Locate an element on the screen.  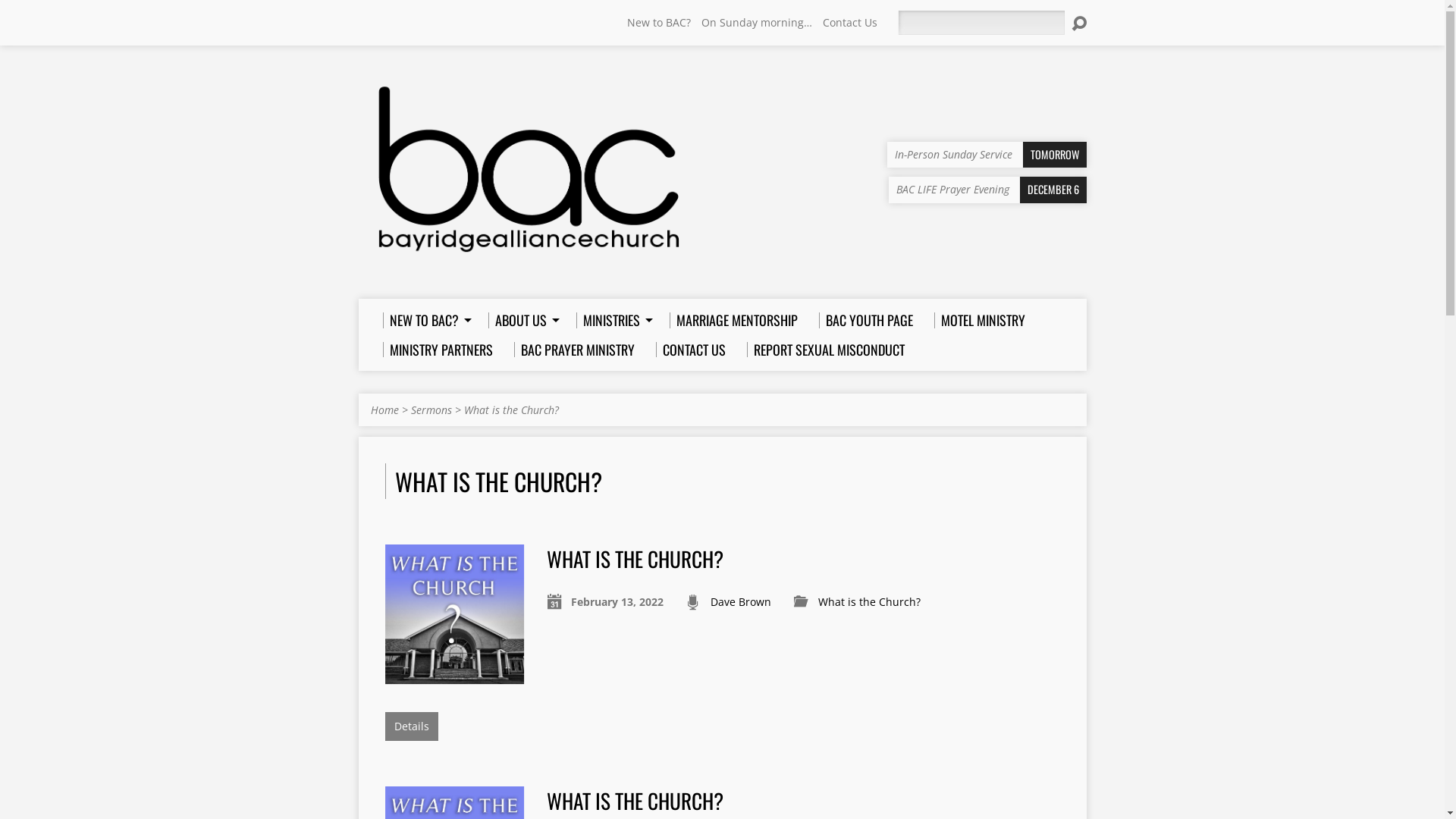
'MINISTRY PARTNERS' is located at coordinates (436, 350).